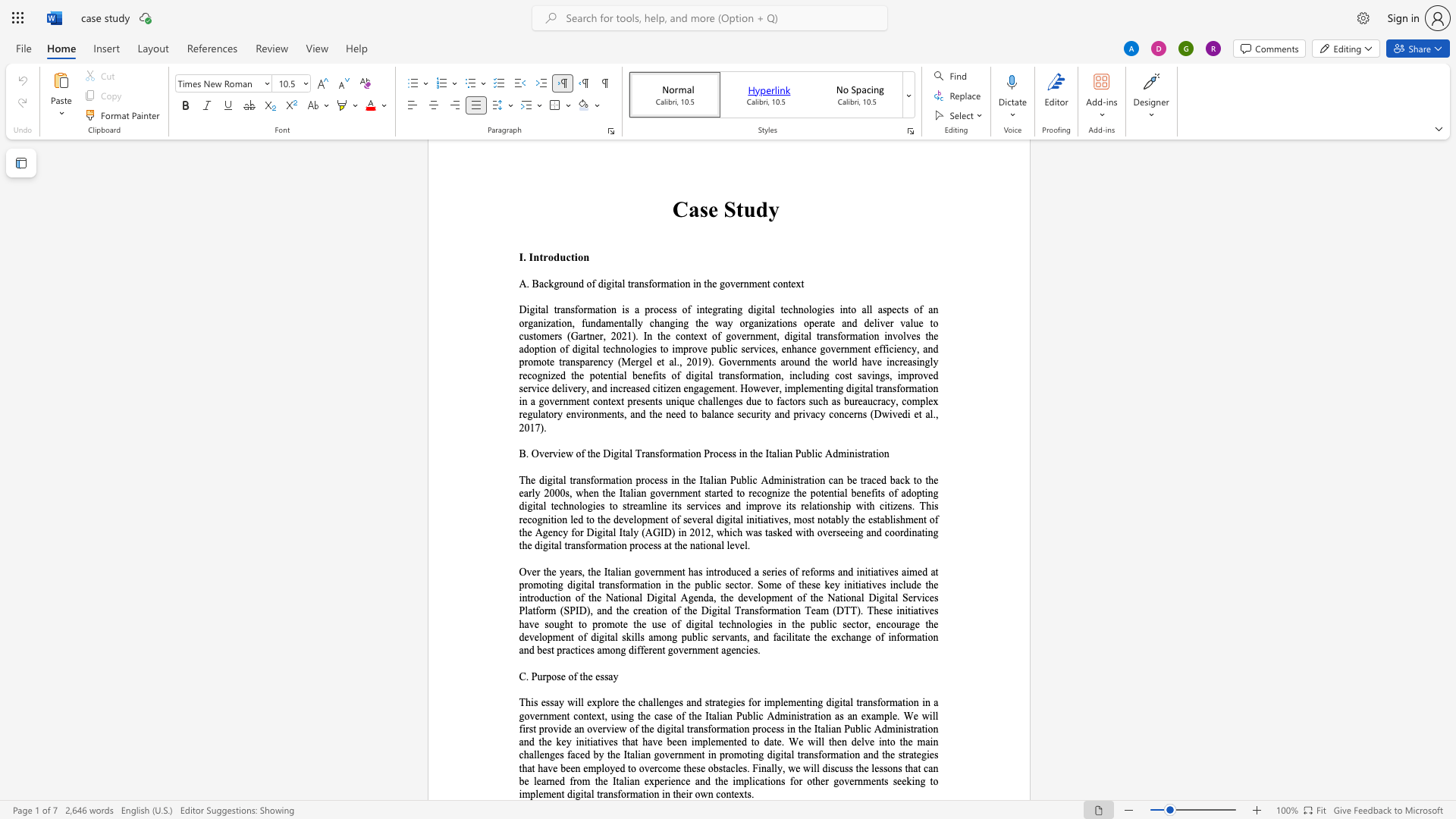  Describe the element at coordinates (524, 781) in the screenshot. I see `the space between the continuous character "b" and "e" in the text` at that location.